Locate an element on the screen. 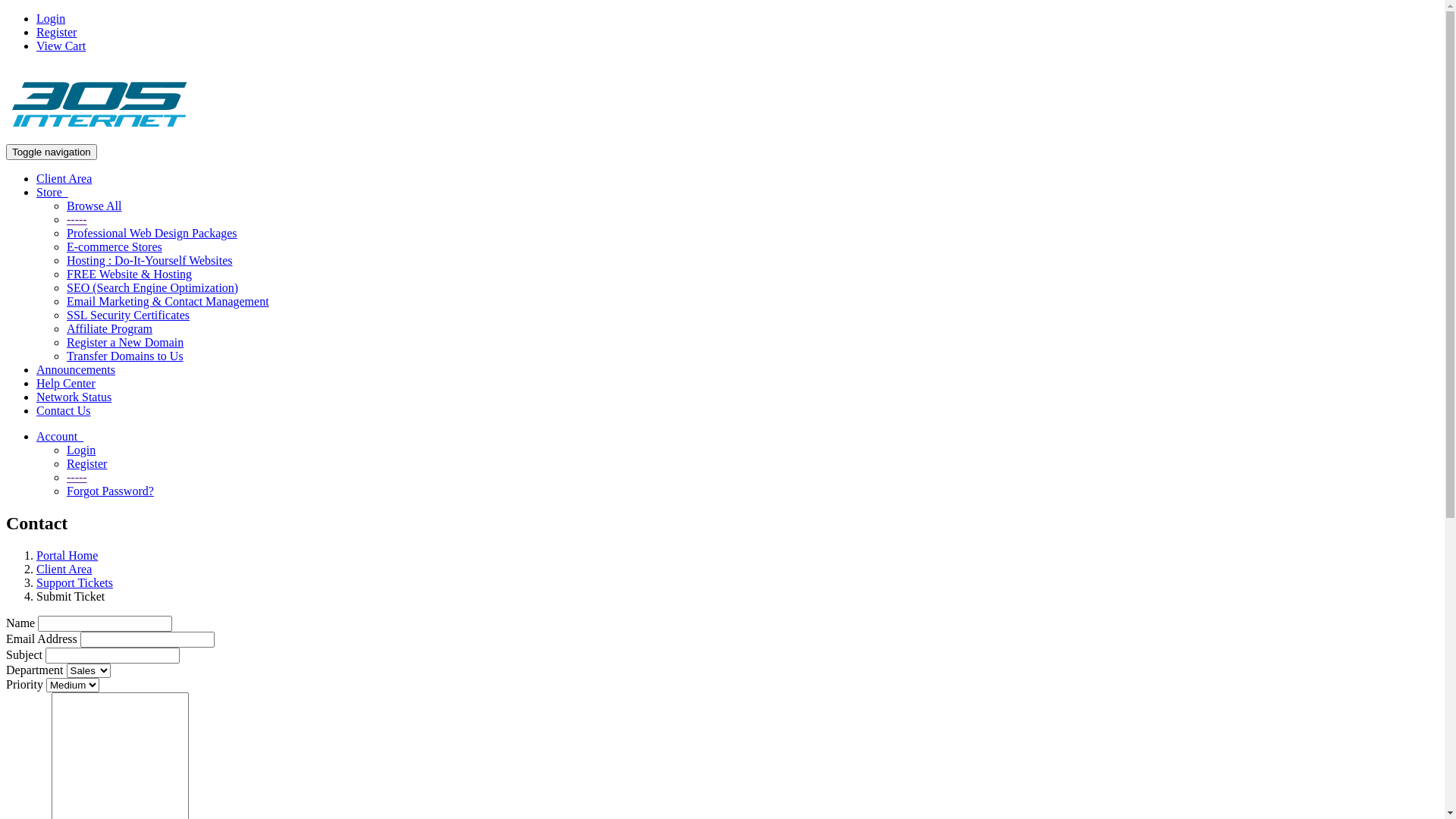  'Announcements' is located at coordinates (75, 369).